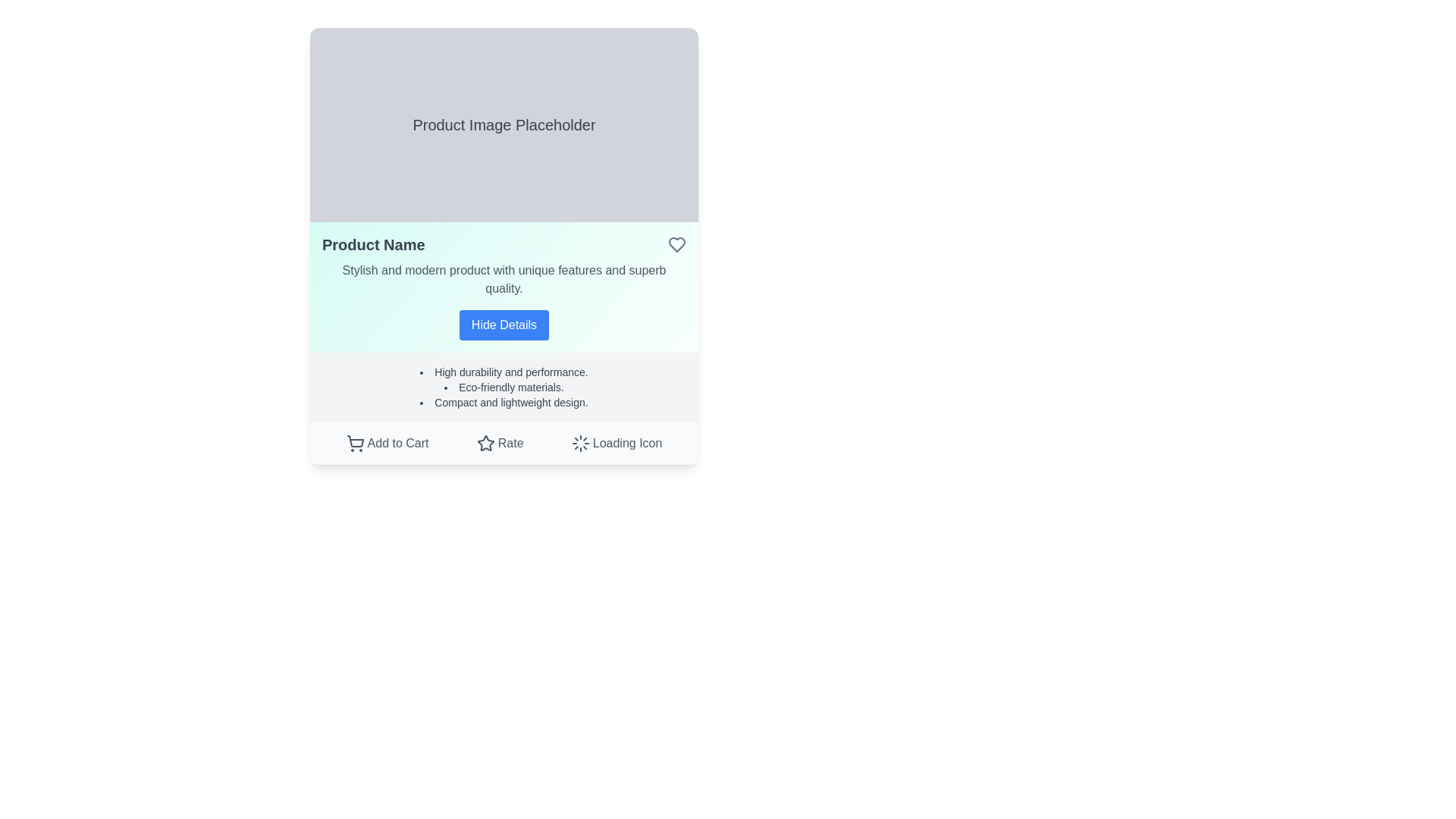 Image resolution: width=1456 pixels, height=819 pixels. Describe the element at coordinates (504, 280) in the screenshot. I see `the text description styled in medium font size and gray color, which is located underneath the bold title 'Product Name' and above the button labeled 'Hide Details'` at that location.